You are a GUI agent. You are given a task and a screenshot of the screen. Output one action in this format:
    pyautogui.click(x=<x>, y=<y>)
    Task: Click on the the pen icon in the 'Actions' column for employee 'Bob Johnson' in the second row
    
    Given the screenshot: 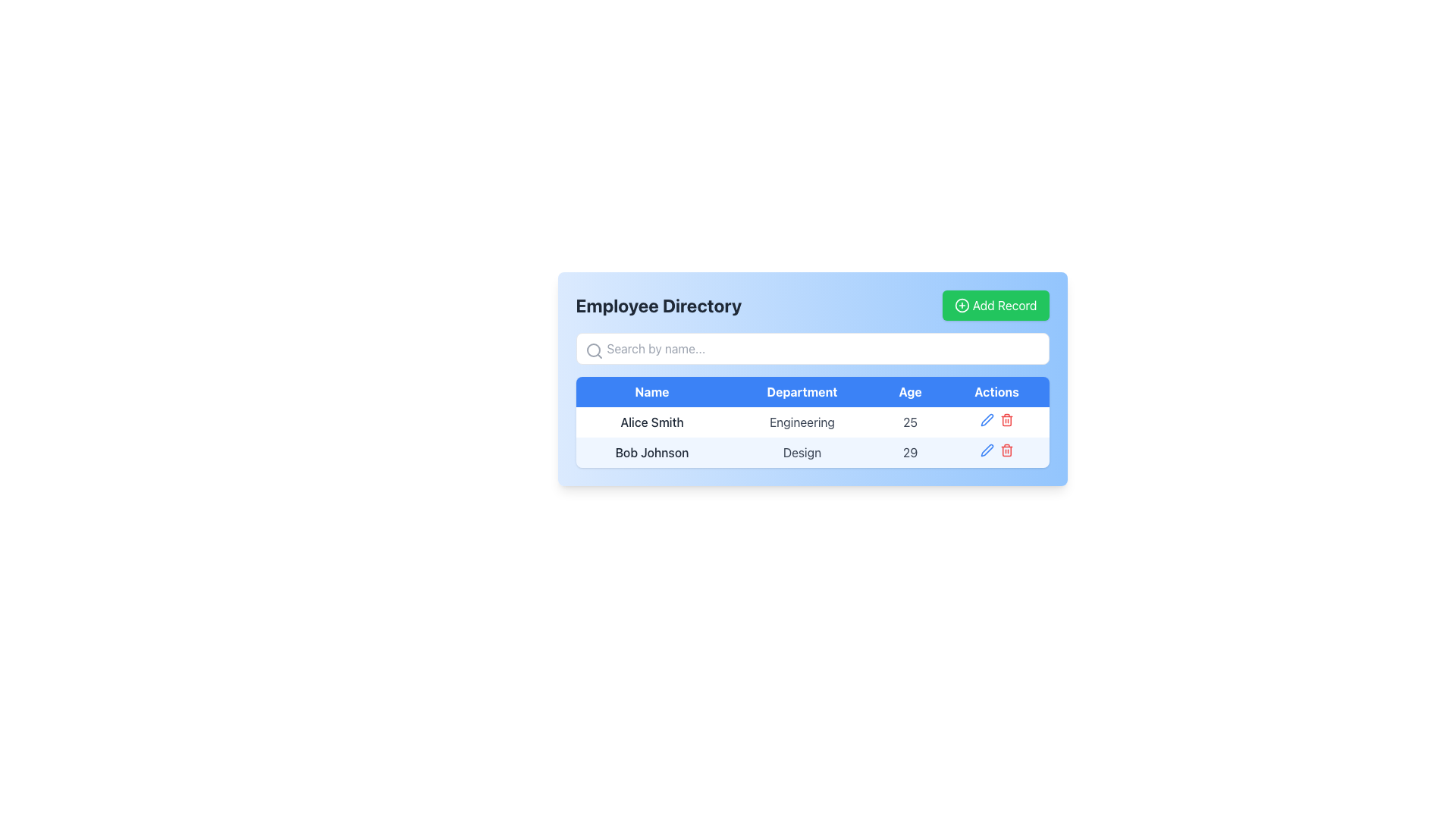 What is the action you would take?
    pyautogui.click(x=987, y=420)
    